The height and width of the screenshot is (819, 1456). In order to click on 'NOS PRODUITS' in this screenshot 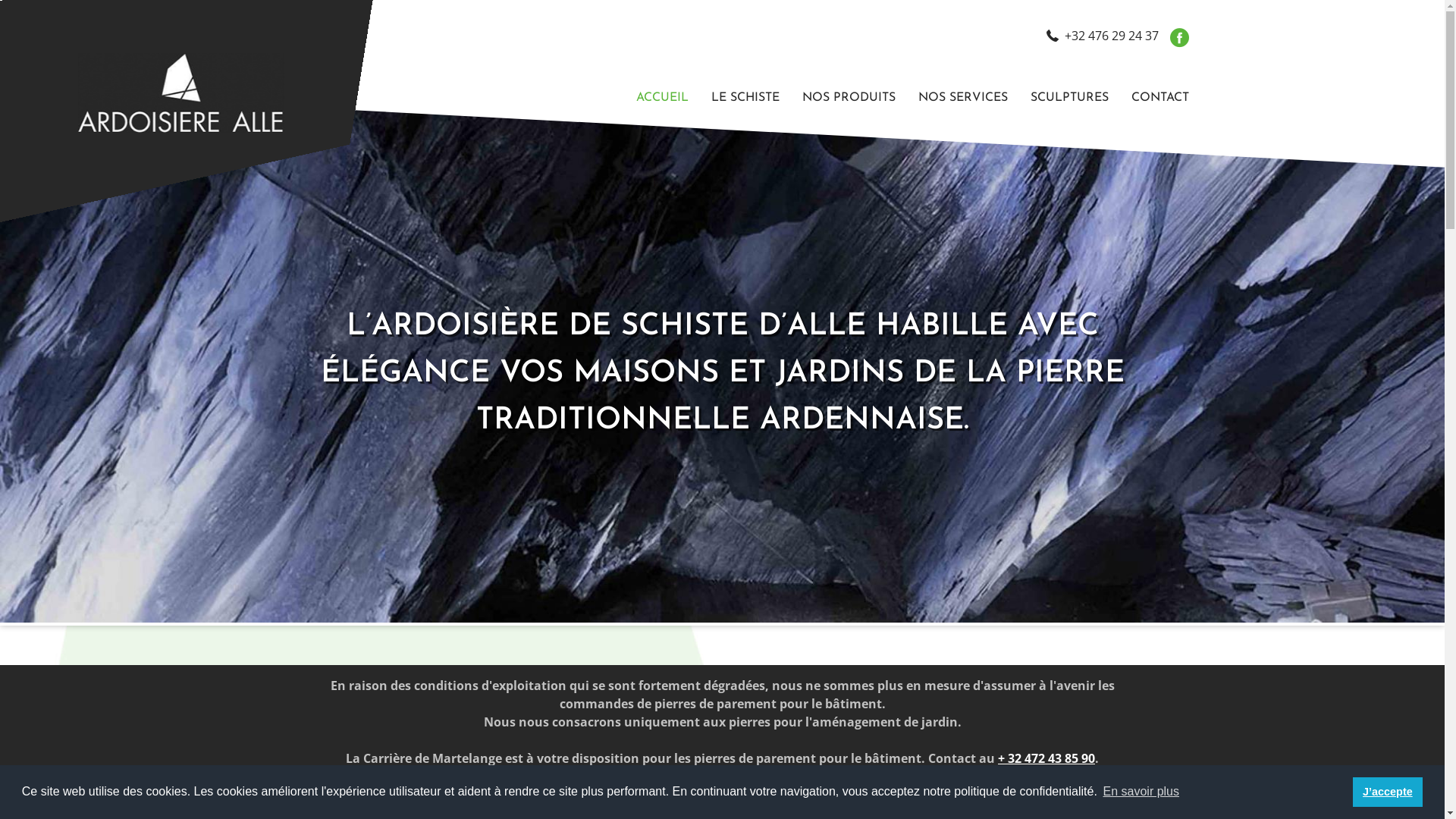, I will do `click(847, 97)`.